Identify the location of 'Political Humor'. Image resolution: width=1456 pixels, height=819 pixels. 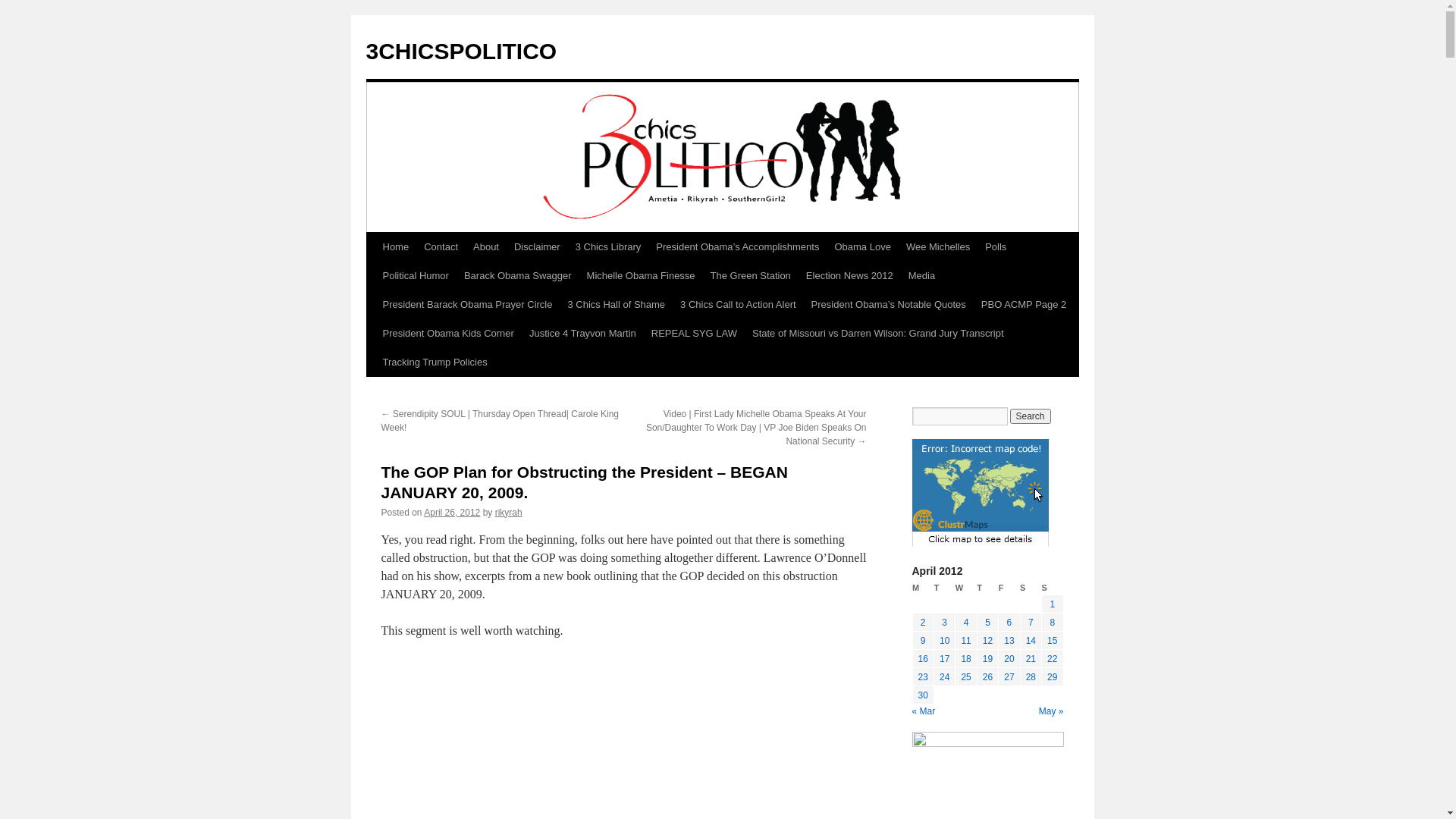
(415, 275).